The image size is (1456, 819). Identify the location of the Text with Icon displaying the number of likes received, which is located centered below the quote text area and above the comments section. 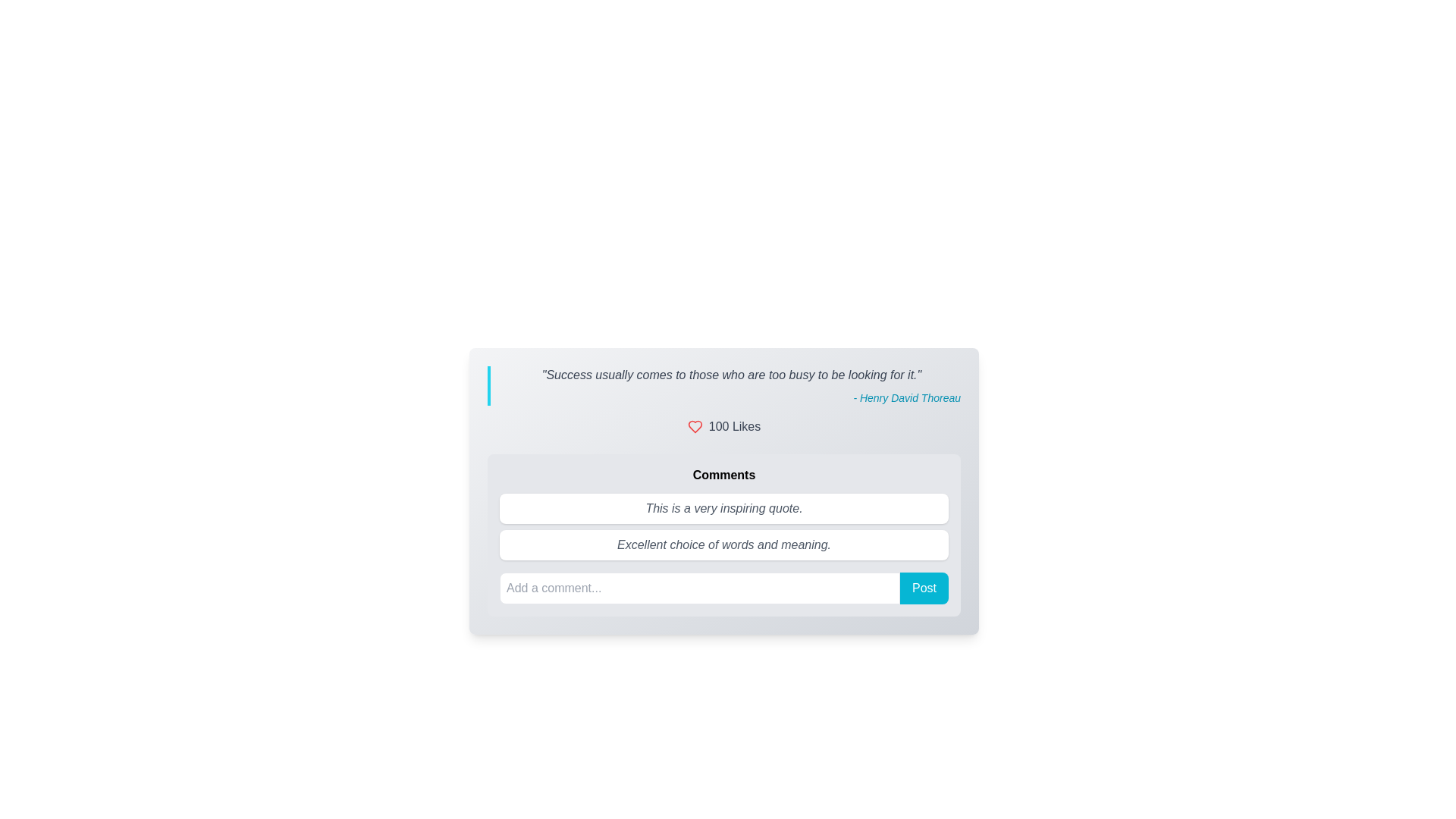
(723, 427).